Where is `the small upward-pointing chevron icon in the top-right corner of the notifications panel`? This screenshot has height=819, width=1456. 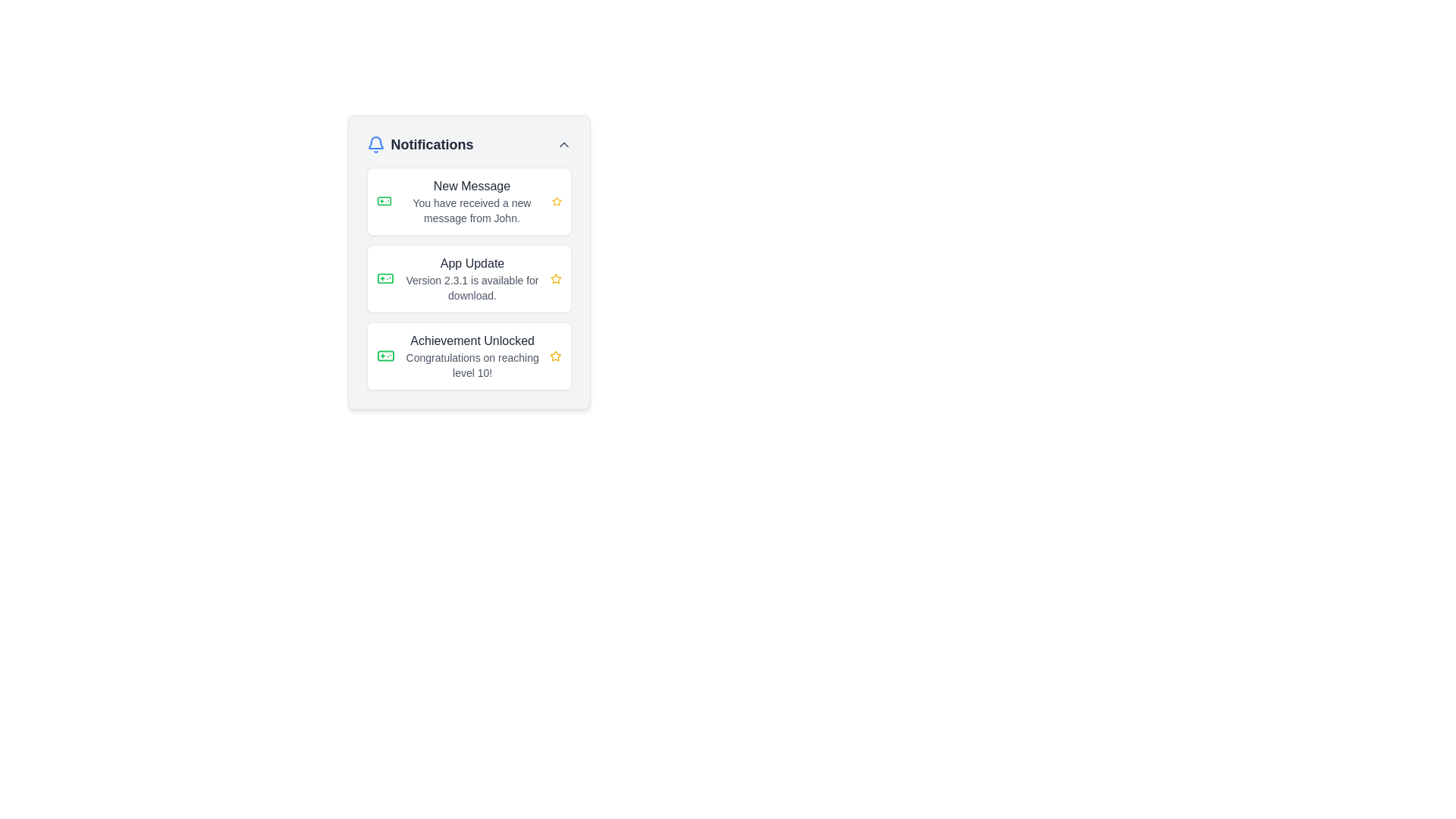 the small upward-pointing chevron icon in the top-right corner of the notifications panel is located at coordinates (563, 145).